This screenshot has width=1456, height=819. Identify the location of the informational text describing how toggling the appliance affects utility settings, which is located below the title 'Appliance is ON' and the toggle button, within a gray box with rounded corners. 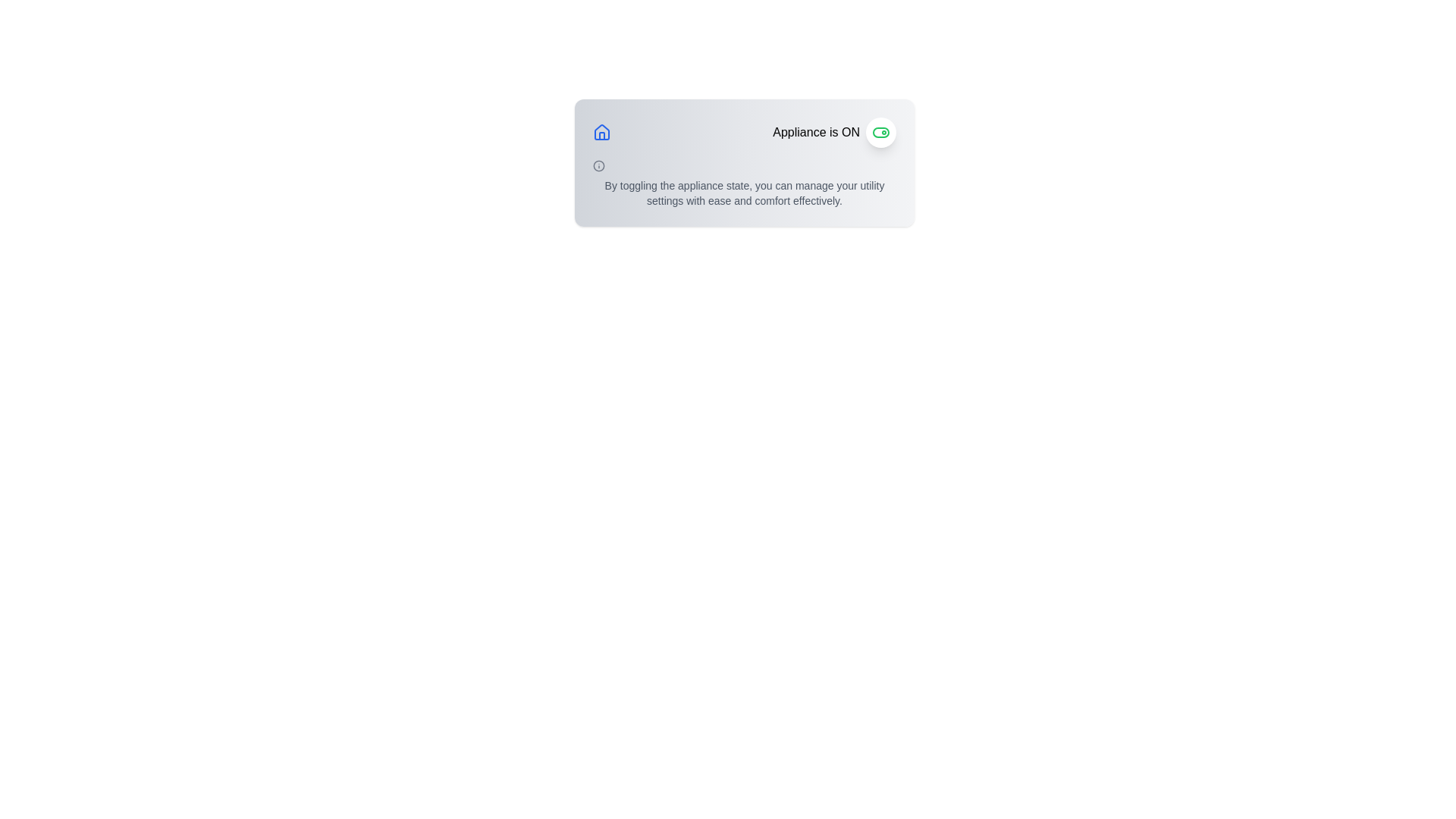
(745, 184).